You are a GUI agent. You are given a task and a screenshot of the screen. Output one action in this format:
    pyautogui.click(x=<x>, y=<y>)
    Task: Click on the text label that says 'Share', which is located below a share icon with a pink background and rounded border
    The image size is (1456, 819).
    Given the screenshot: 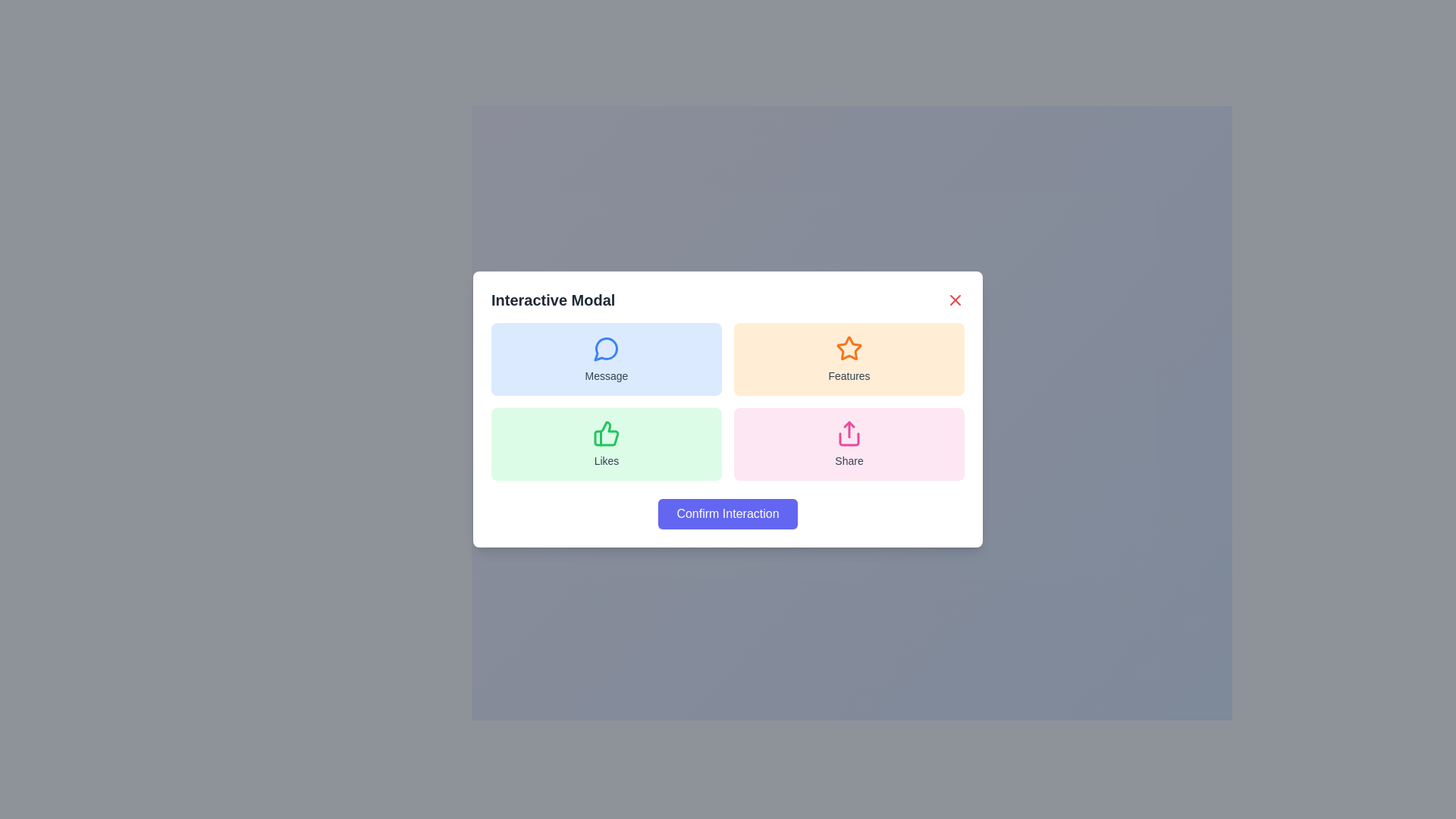 What is the action you would take?
    pyautogui.click(x=848, y=460)
    